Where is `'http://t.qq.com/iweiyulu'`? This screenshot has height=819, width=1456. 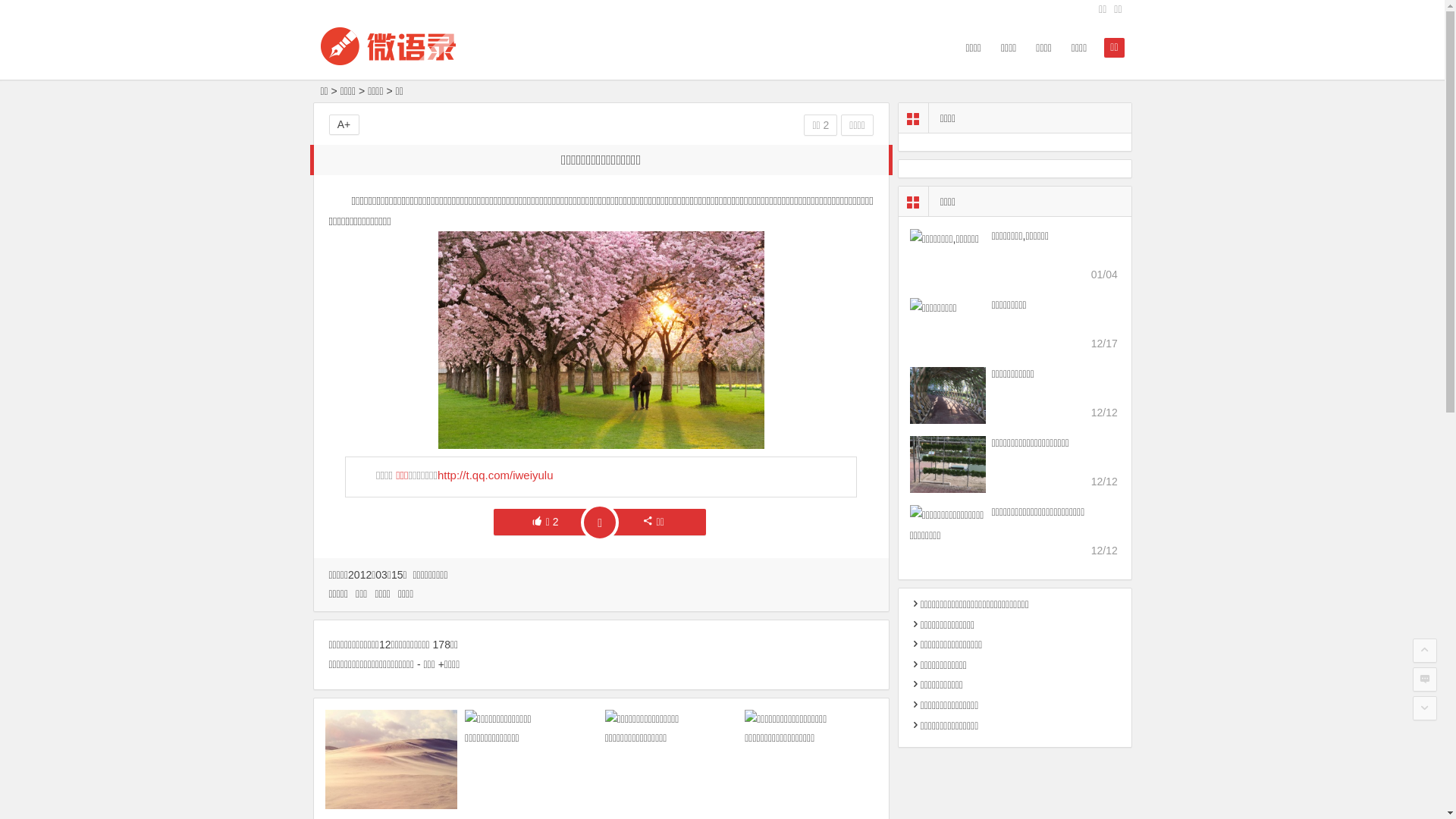 'http://t.qq.com/iweiyulu' is located at coordinates (495, 474).